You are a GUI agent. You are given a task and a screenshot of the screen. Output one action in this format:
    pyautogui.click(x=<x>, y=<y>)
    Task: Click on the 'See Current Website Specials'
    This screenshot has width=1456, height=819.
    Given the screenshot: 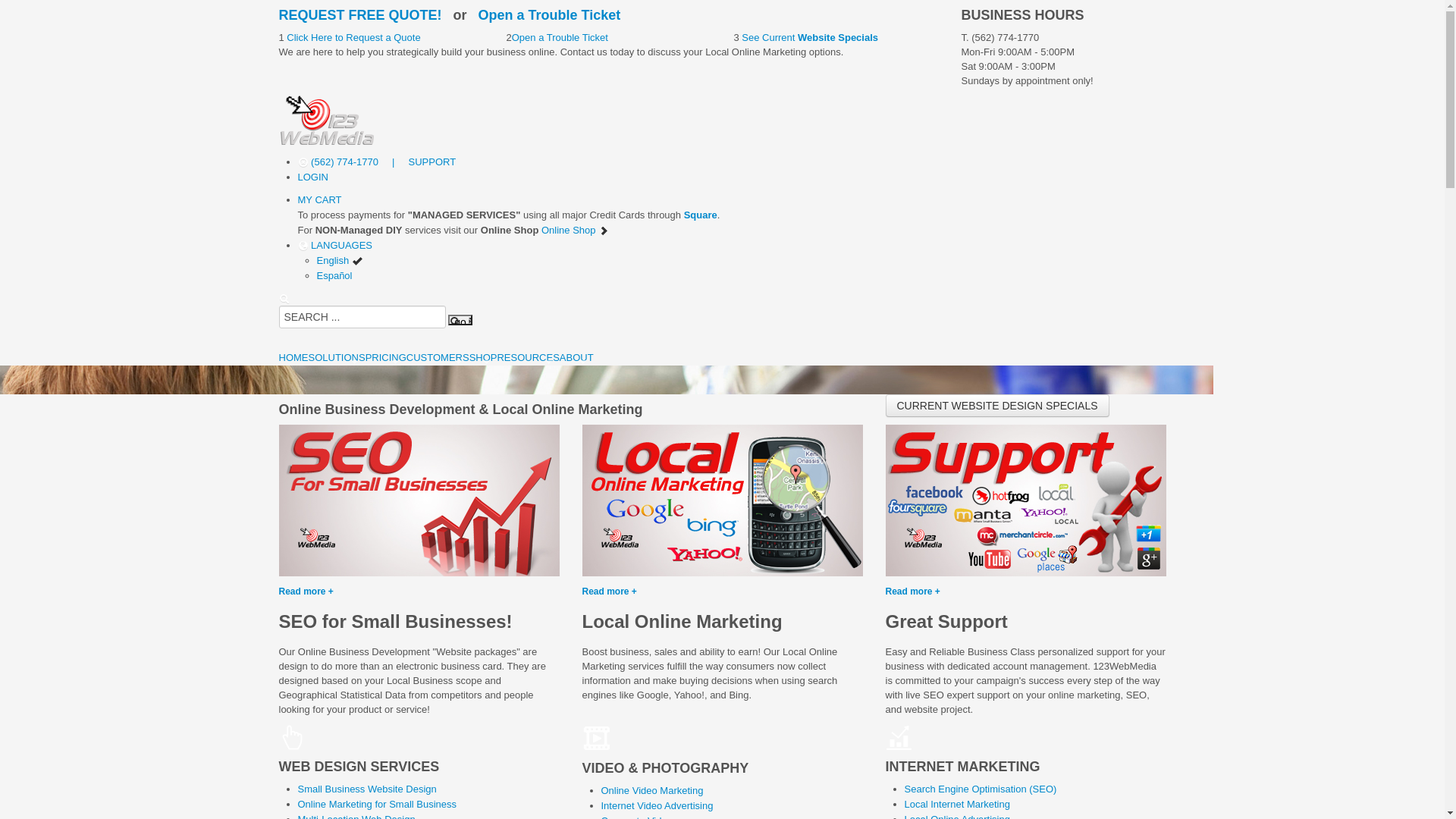 What is the action you would take?
    pyautogui.click(x=808, y=36)
    